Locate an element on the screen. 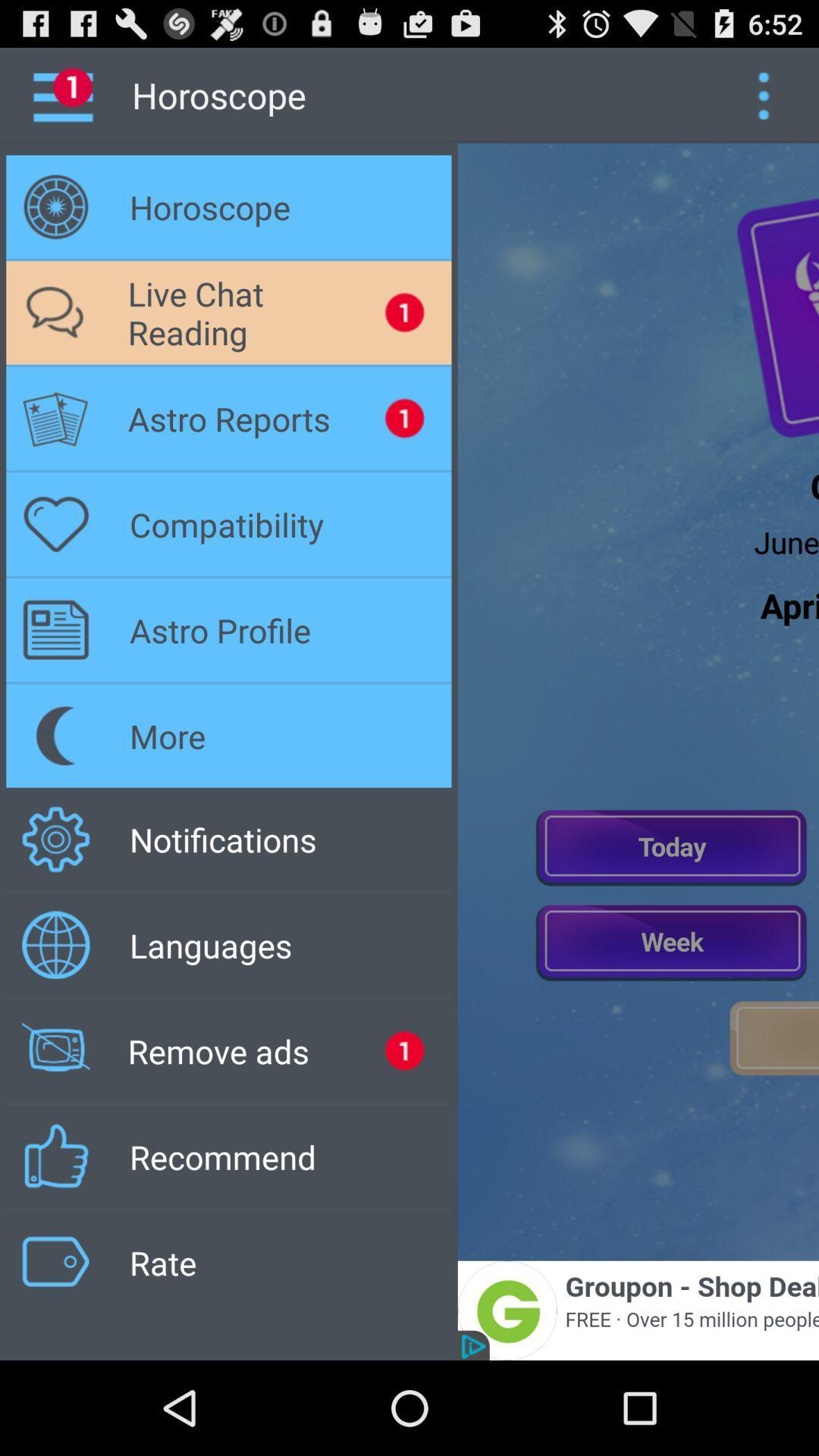 The image size is (819, 1456). red color 1 right to live chat option is located at coordinates (403, 312).